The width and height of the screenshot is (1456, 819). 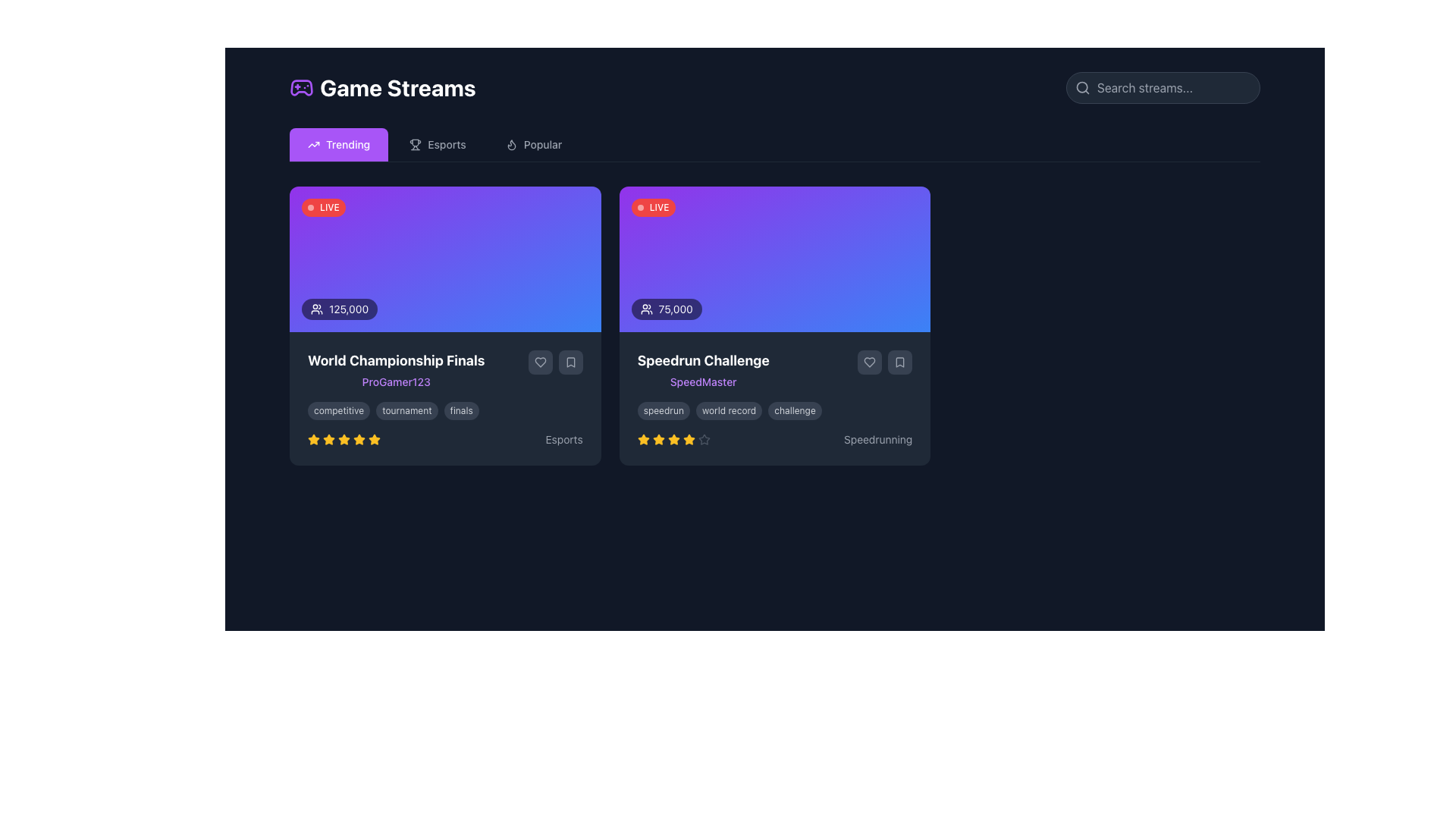 What do you see at coordinates (643, 439) in the screenshot?
I see `the first star icon filled with yellow-gold color (#fbbf24) in the rating component below the title and username of the 'Speedrun Challenge' card` at bounding box center [643, 439].